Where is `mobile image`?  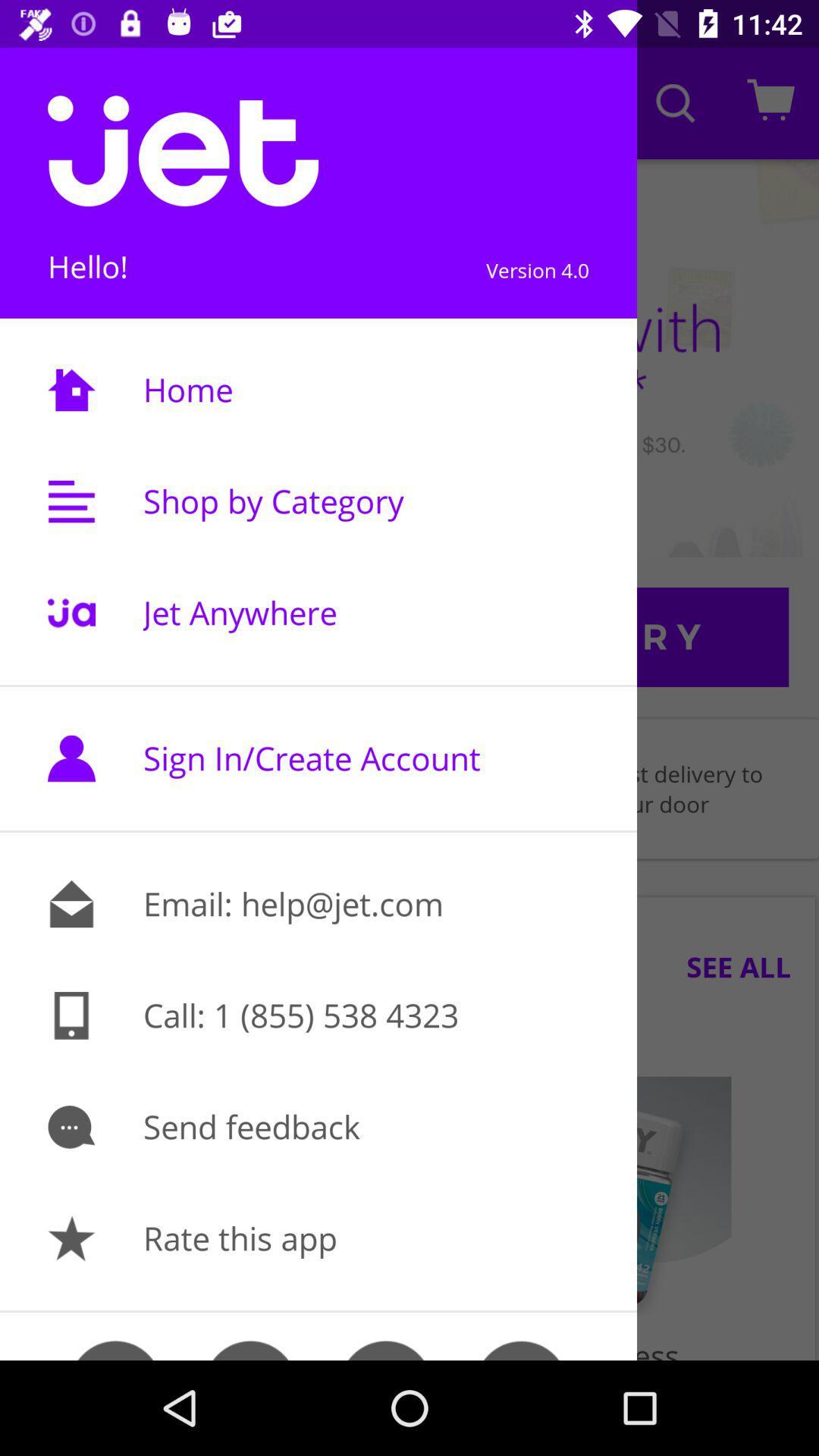
mobile image is located at coordinates (71, 1015).